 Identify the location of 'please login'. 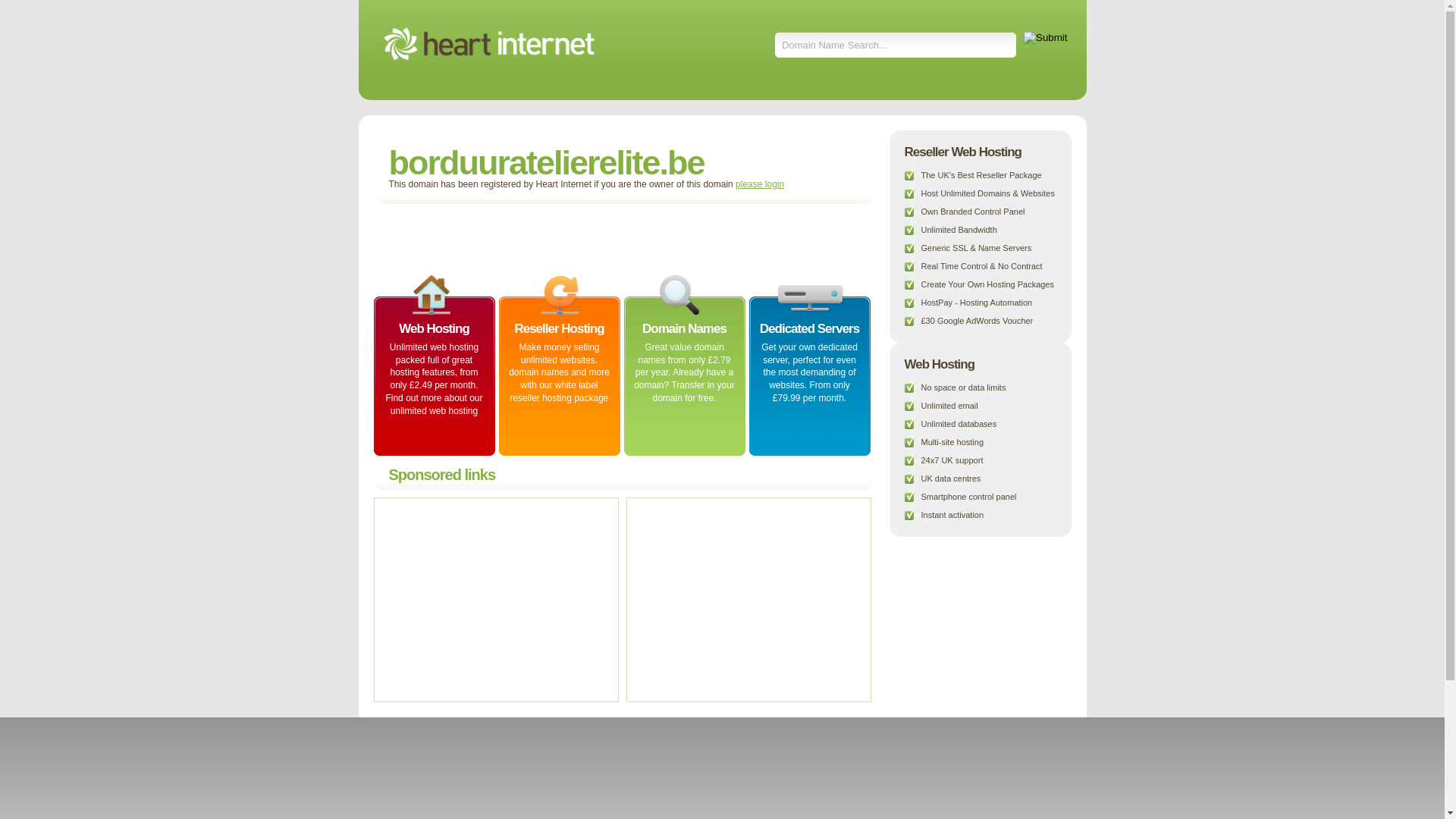
(760, 184).